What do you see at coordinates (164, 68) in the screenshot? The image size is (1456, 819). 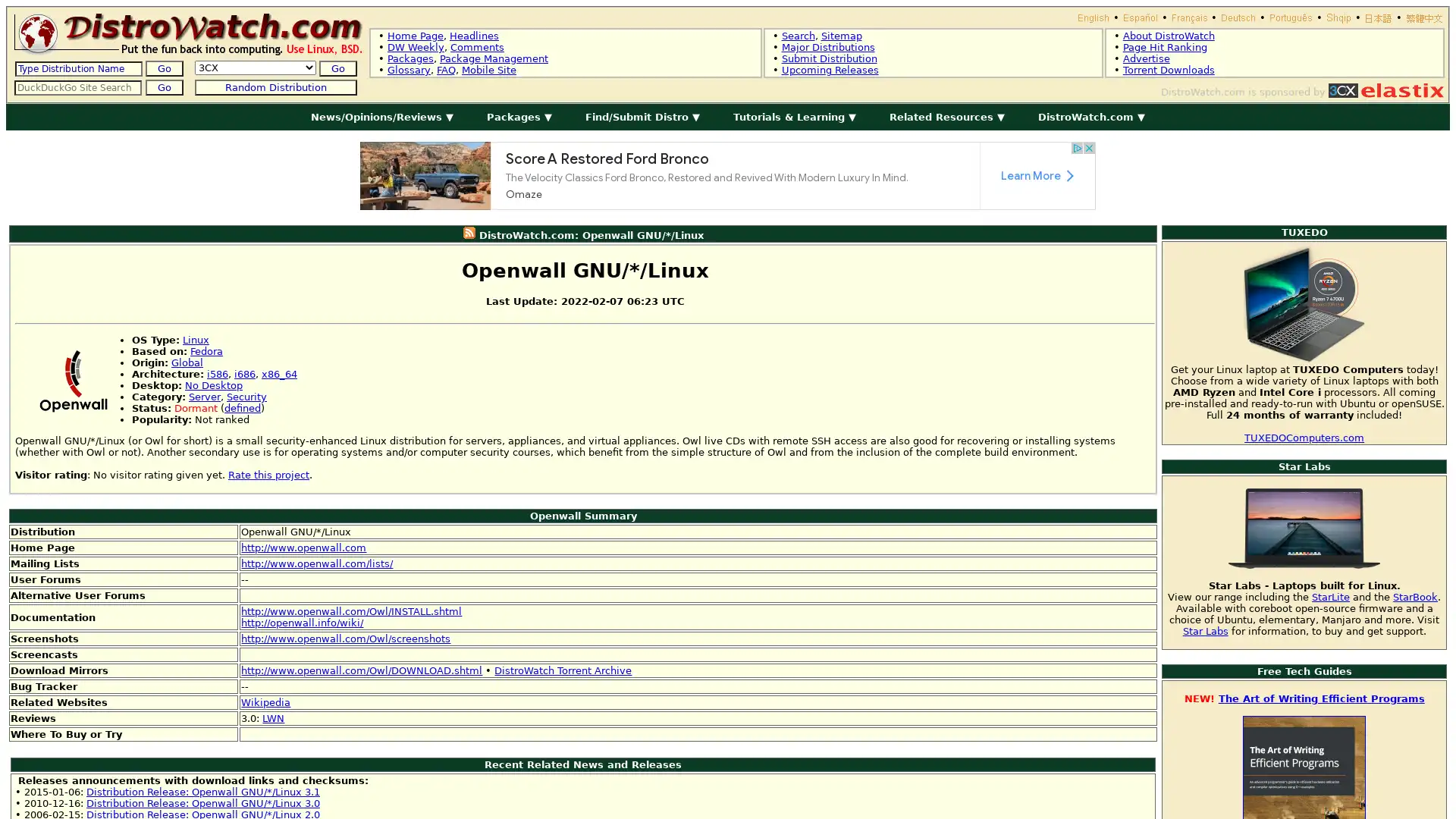 I see `Go` at bounding box center [164, 68].